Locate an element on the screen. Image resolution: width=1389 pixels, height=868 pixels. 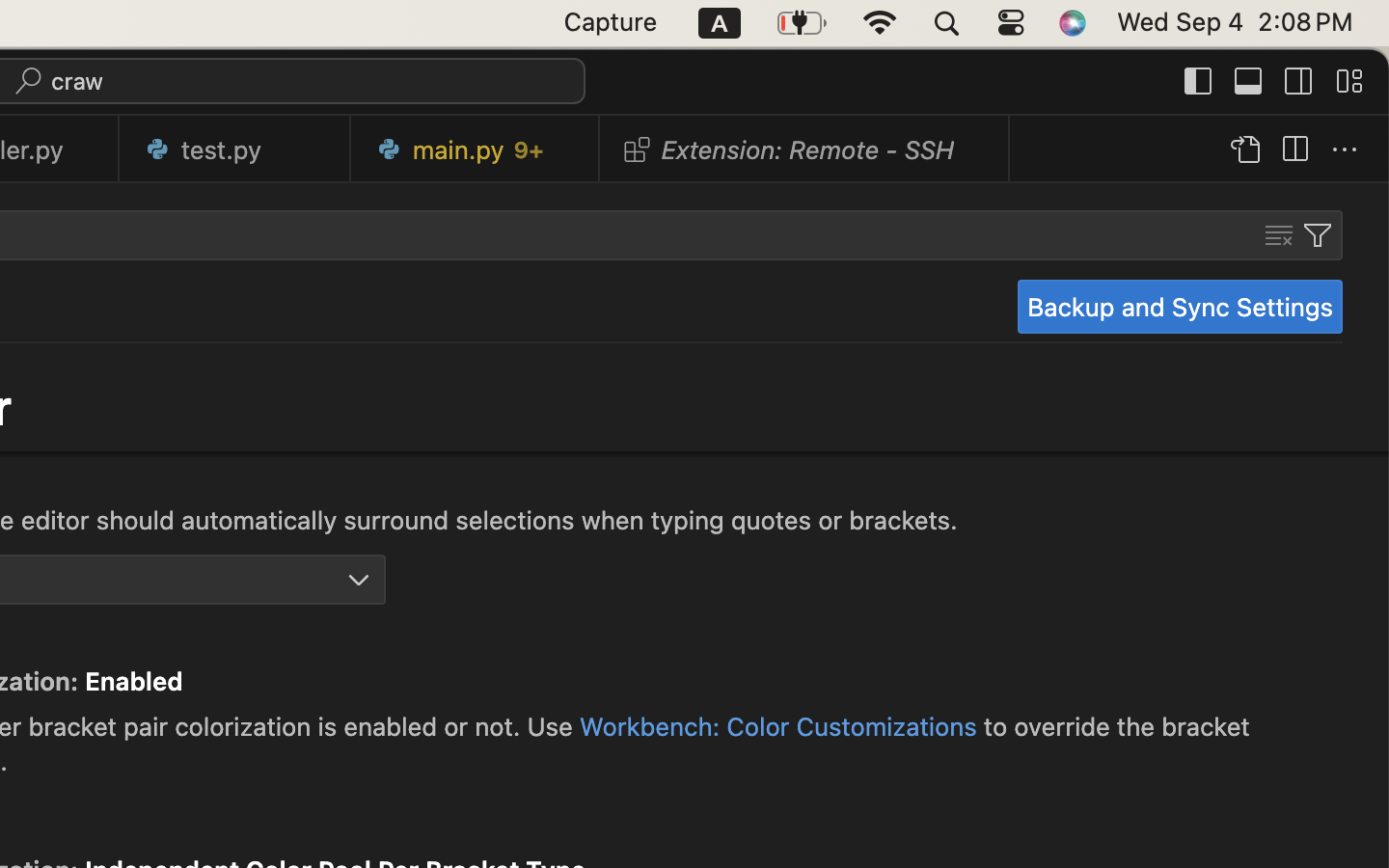
'' is located at coordinates (1297, 79).